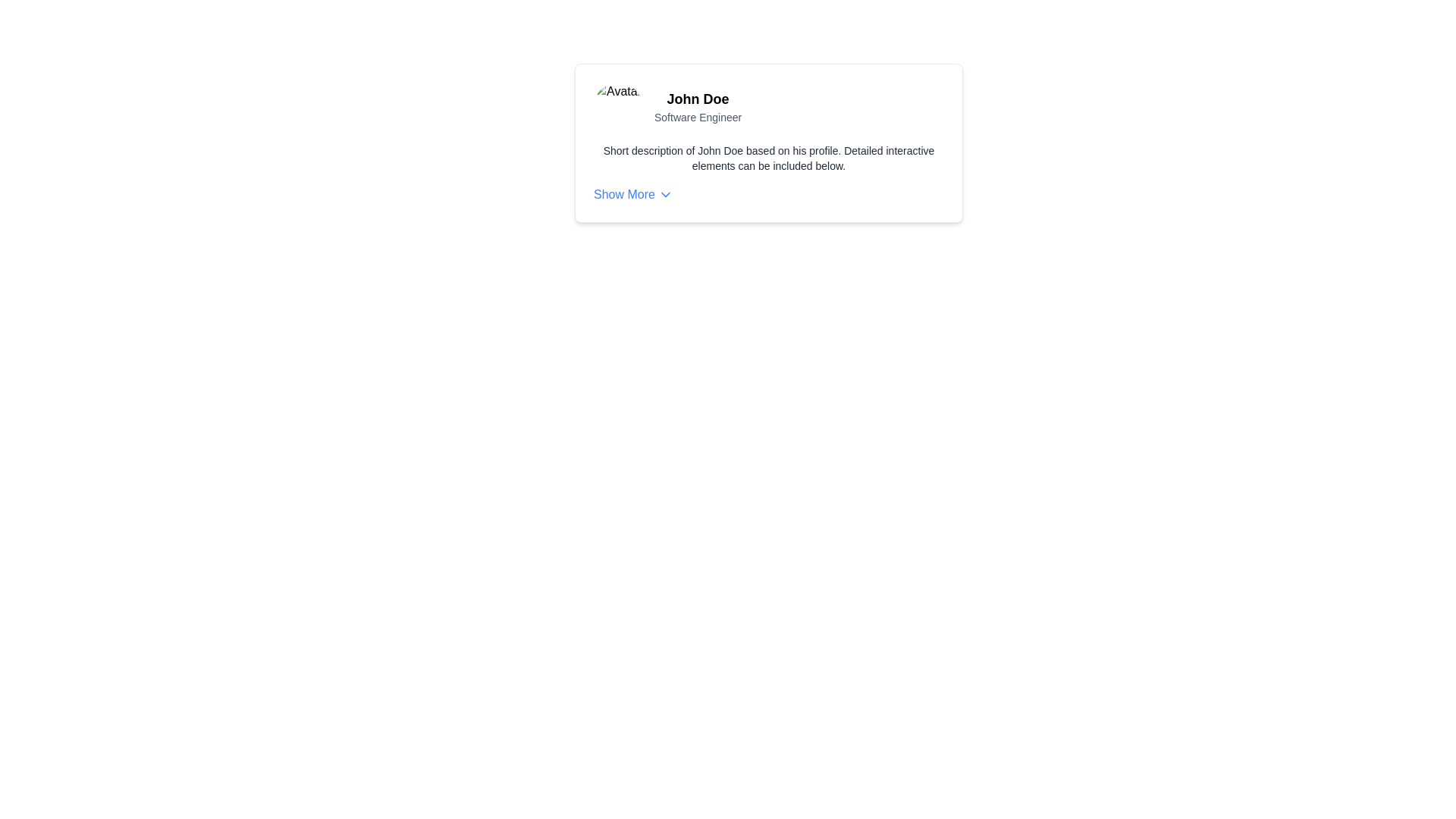  What do you see at coordinates (618, 106) in the screenshot?
I see `the circular avatar image placeholder` at bounding box center [618, 106].